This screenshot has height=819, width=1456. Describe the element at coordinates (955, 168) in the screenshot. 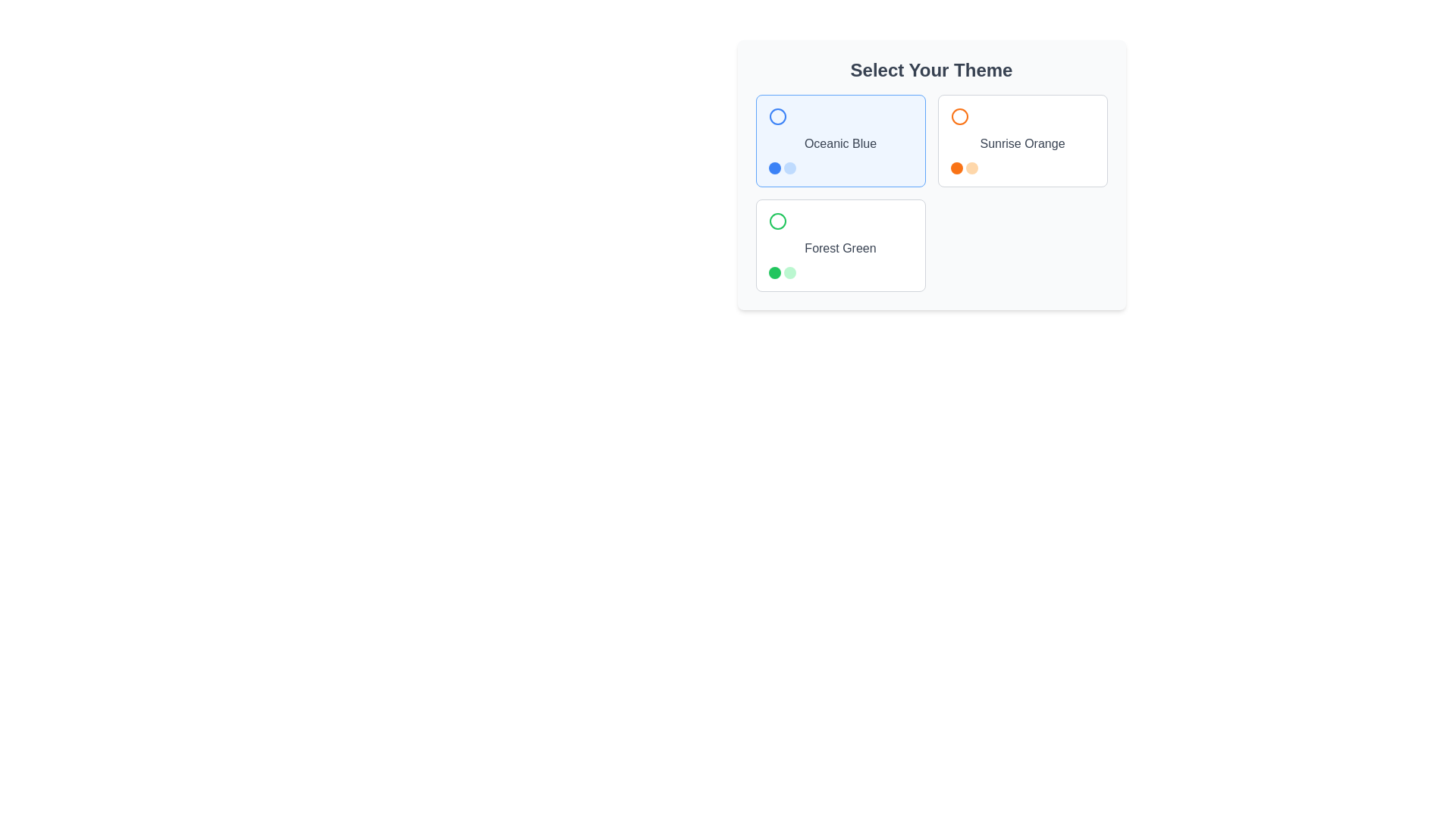

I see `the first circular orange indicator located below the 'Sunrise Orange' theme selection area` at that location.